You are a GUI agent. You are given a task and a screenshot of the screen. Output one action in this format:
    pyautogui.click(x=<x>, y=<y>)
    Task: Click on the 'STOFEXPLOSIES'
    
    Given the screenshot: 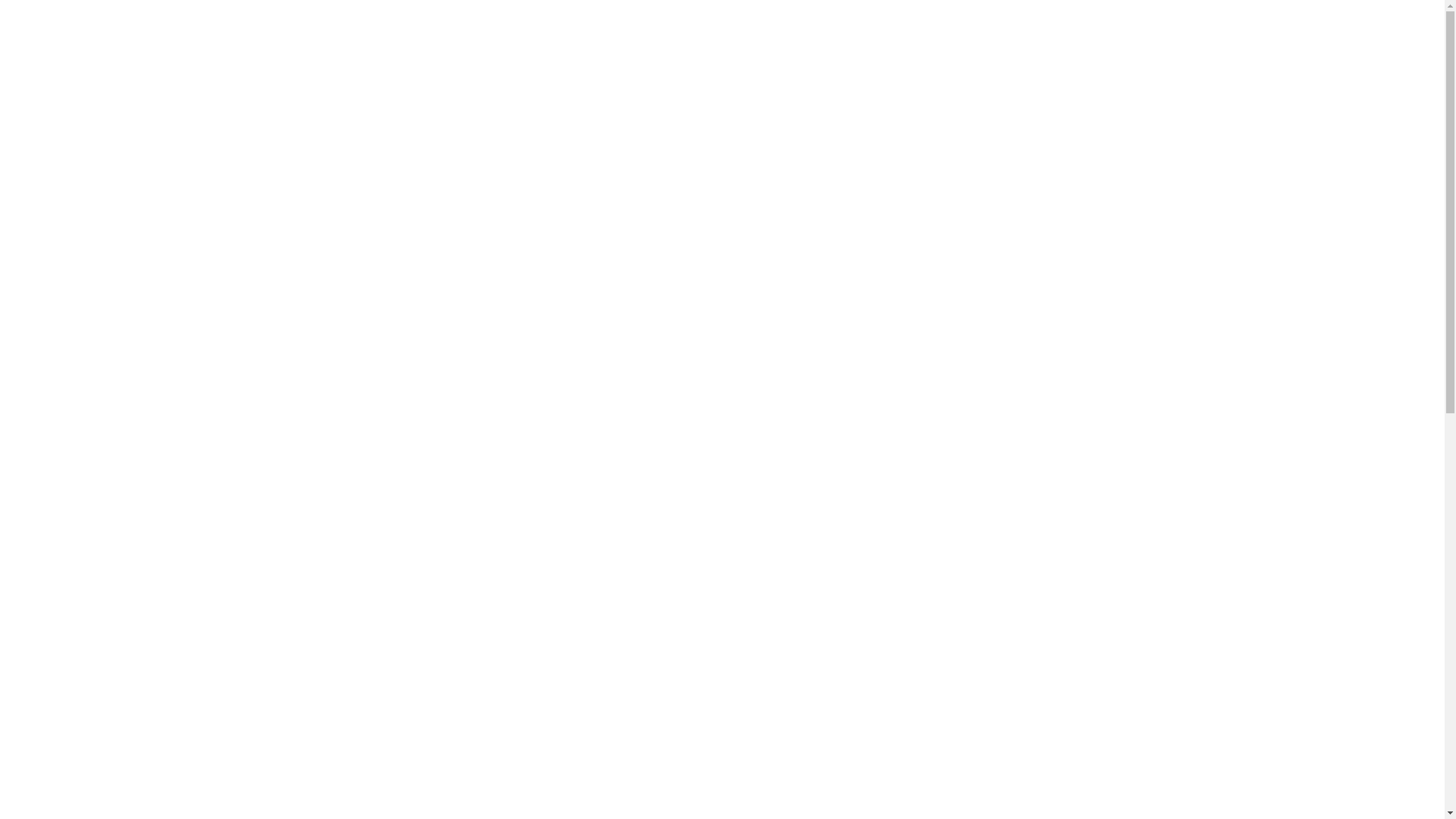 What is the action you would take?
    pyautogui.click(x=421, y=102)
    